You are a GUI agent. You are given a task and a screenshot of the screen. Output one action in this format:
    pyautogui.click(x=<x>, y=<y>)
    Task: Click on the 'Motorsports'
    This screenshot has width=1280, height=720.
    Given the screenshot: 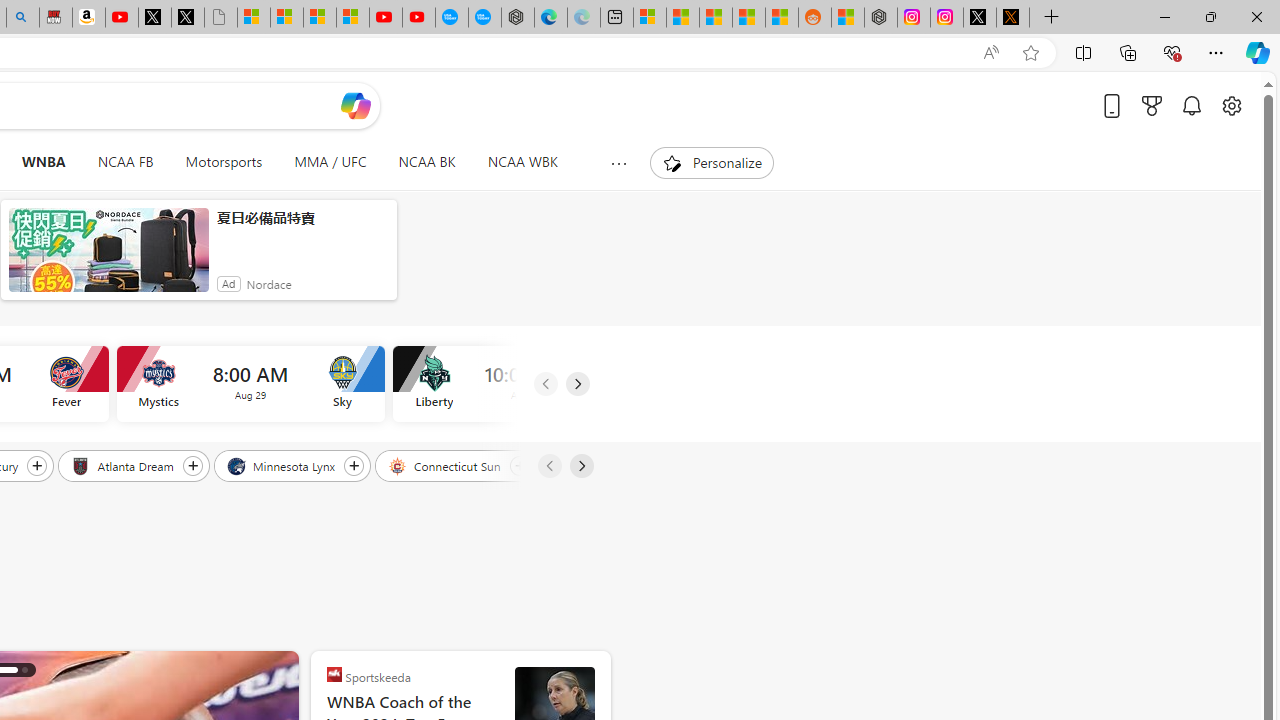 What is the action you would take?
    pyautogui.click(x=224, y=162)
    